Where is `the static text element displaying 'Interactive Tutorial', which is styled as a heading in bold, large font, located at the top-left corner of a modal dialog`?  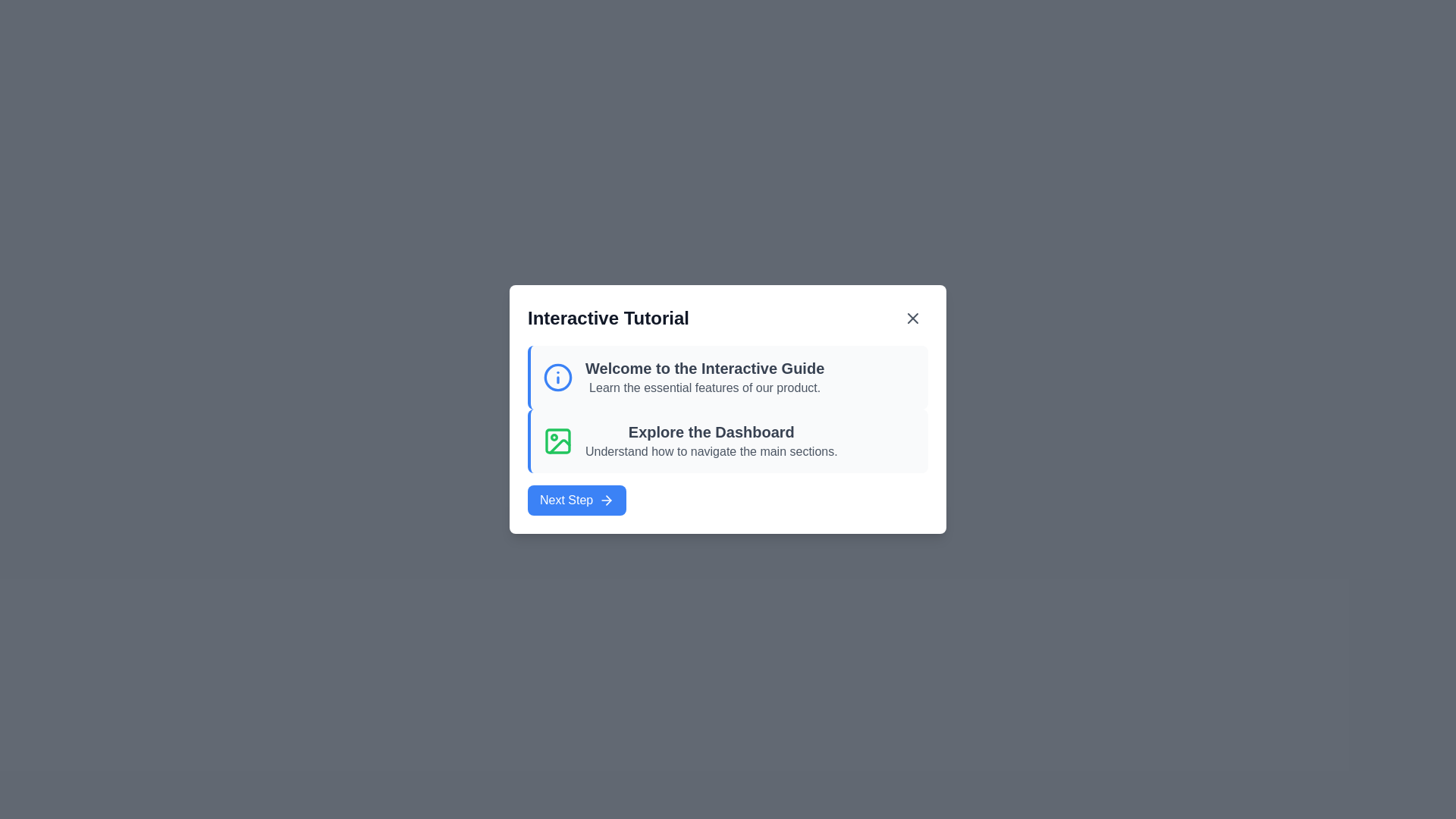
the static text element displaying 'Interactive Tutorial', which is styled as a heading in bold, large font, located at the top-left corner of a modal dialog is located at coordinates (608, 318).